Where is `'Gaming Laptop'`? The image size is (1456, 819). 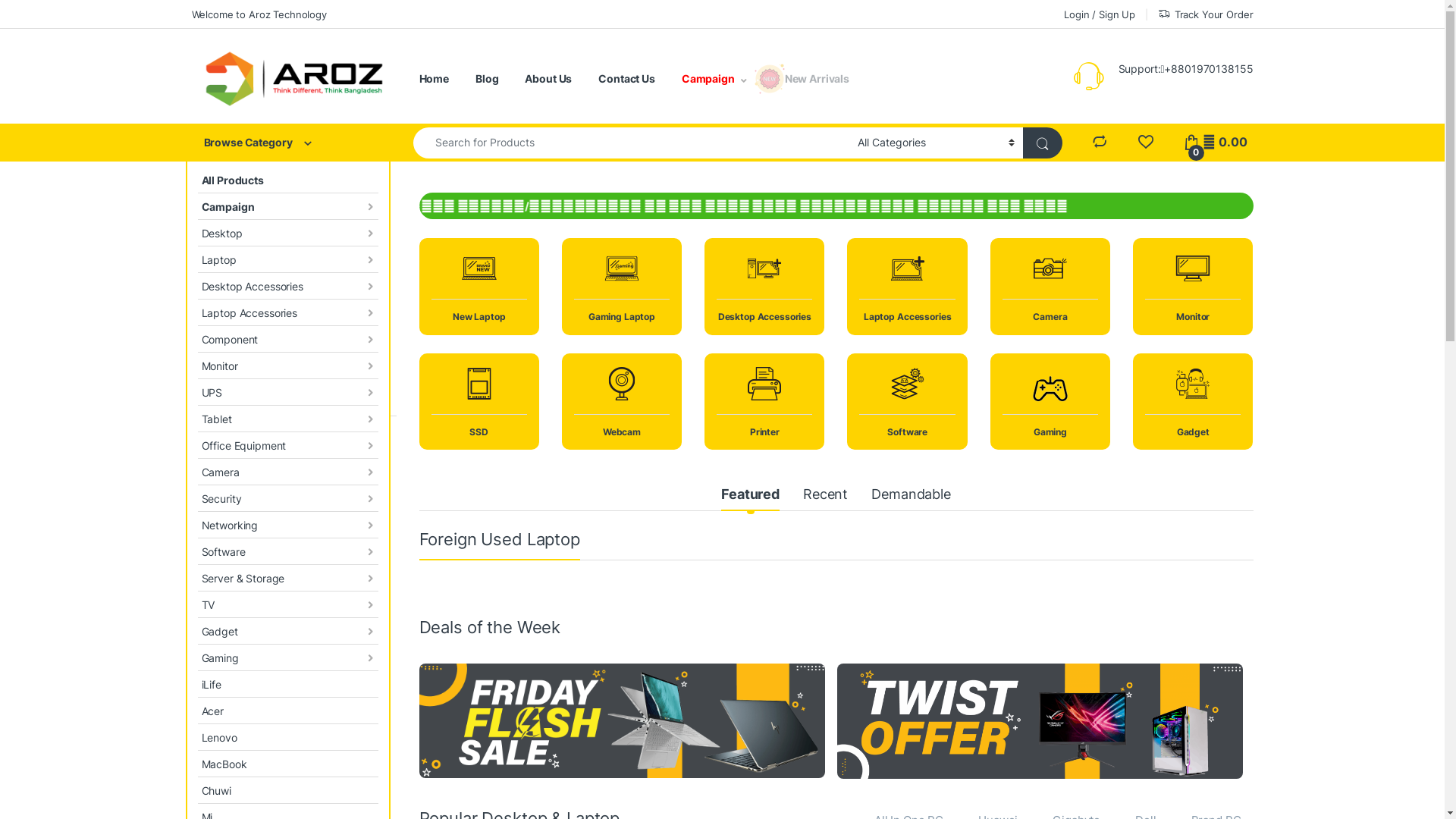
'Gaming Laptop' is located at coordinates (622, 286).